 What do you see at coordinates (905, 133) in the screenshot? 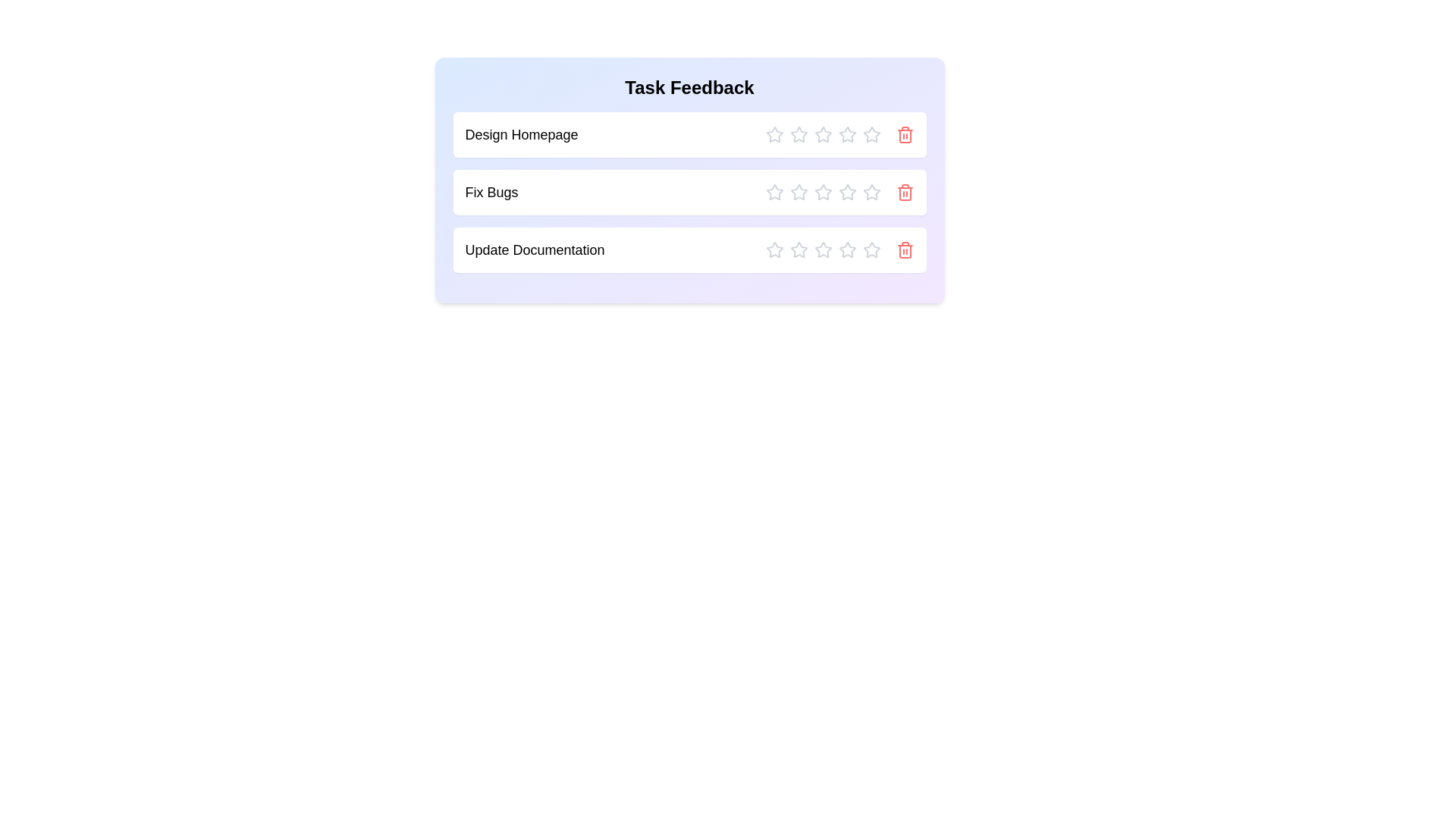
I see `delete icon for the task named Design Homepage` at bounding box center [905, 133].